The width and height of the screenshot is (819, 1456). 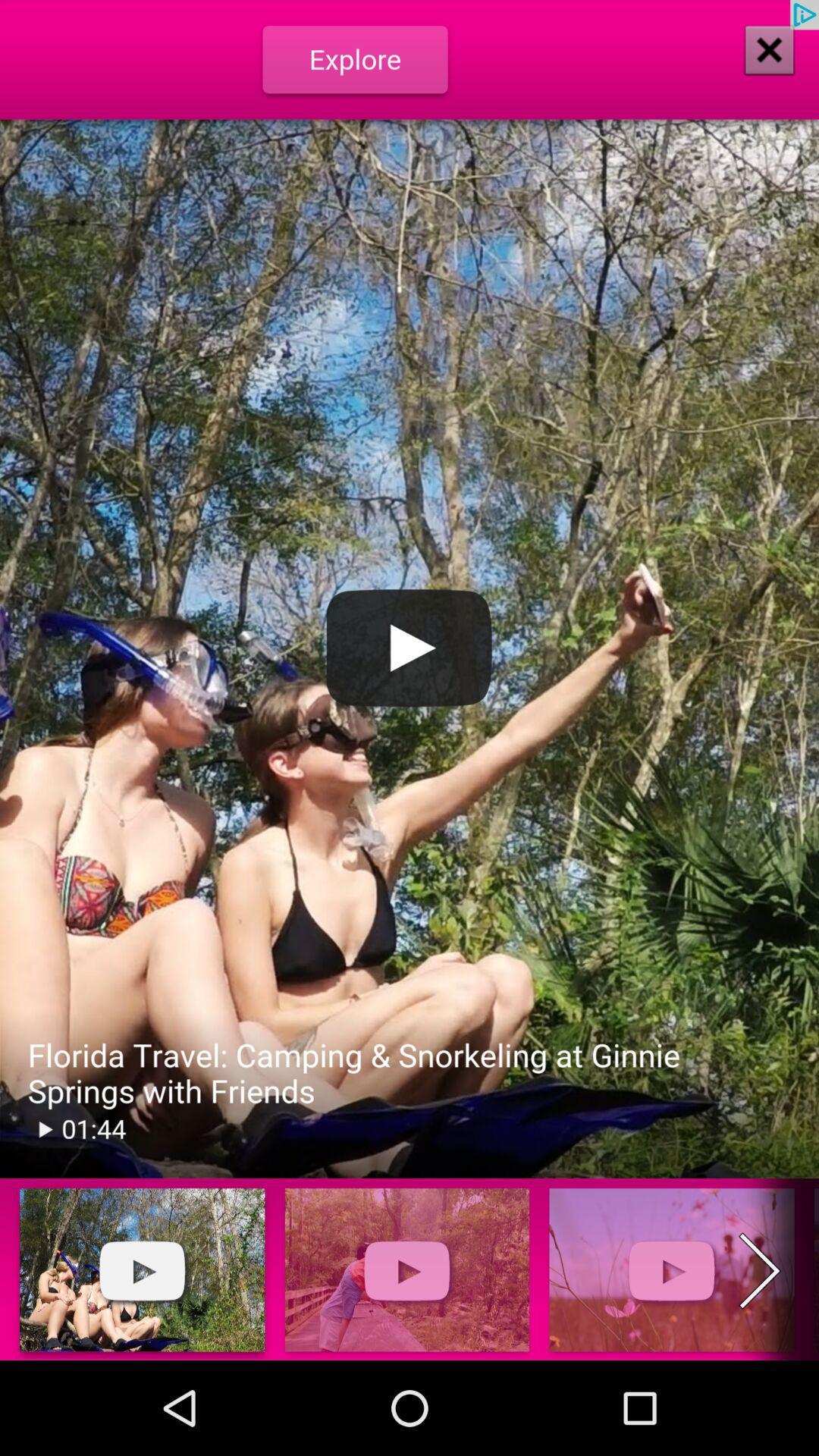 What do you see at coordinates (769, 53) in the screenshot?
I see `the close icon` at bounding box center [769, 53].